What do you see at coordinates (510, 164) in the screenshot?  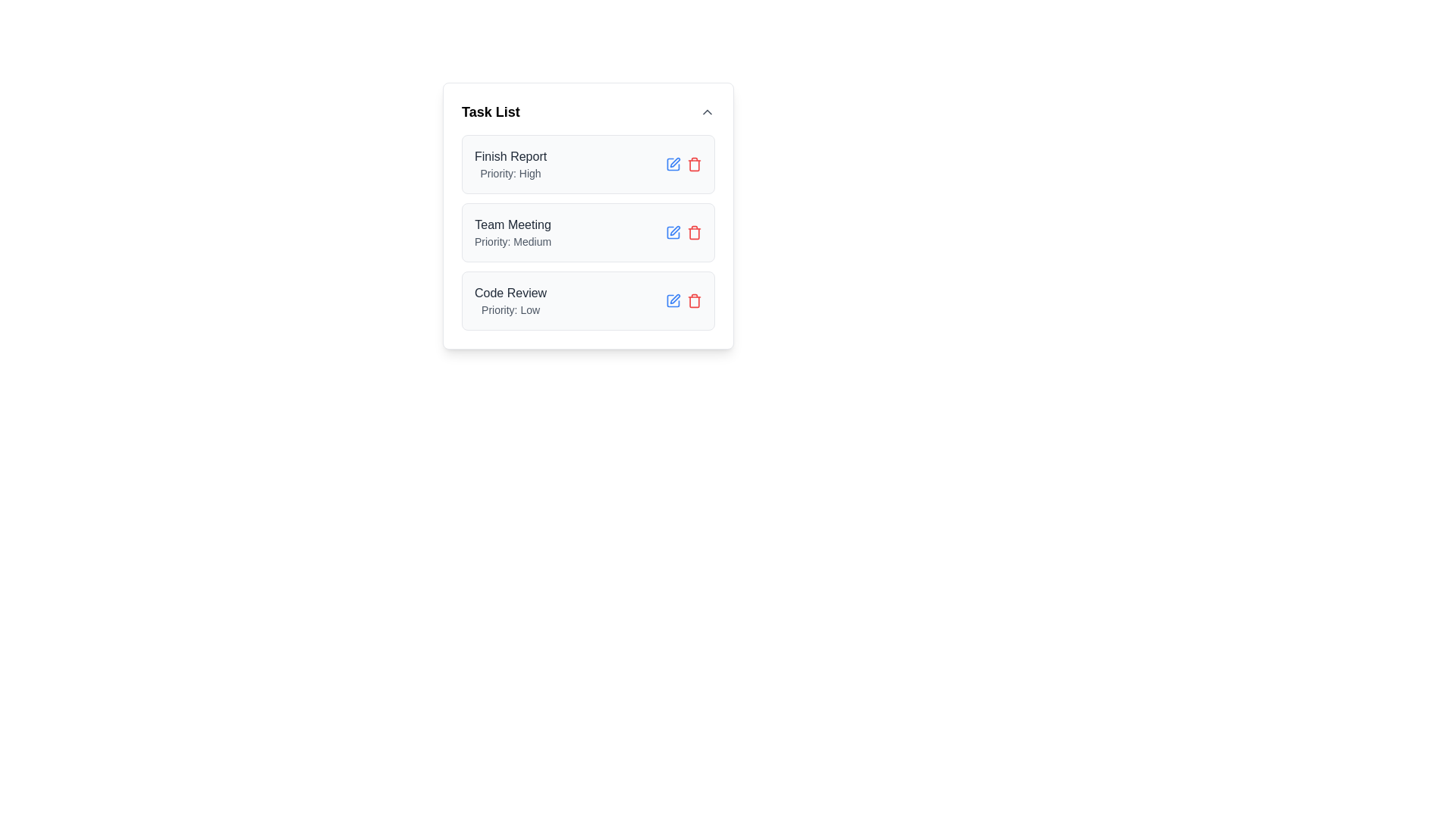 I see `the informational text display component located at the top-left of the topmost task item in the 'Task List' section` at bounding box center [510, 164].